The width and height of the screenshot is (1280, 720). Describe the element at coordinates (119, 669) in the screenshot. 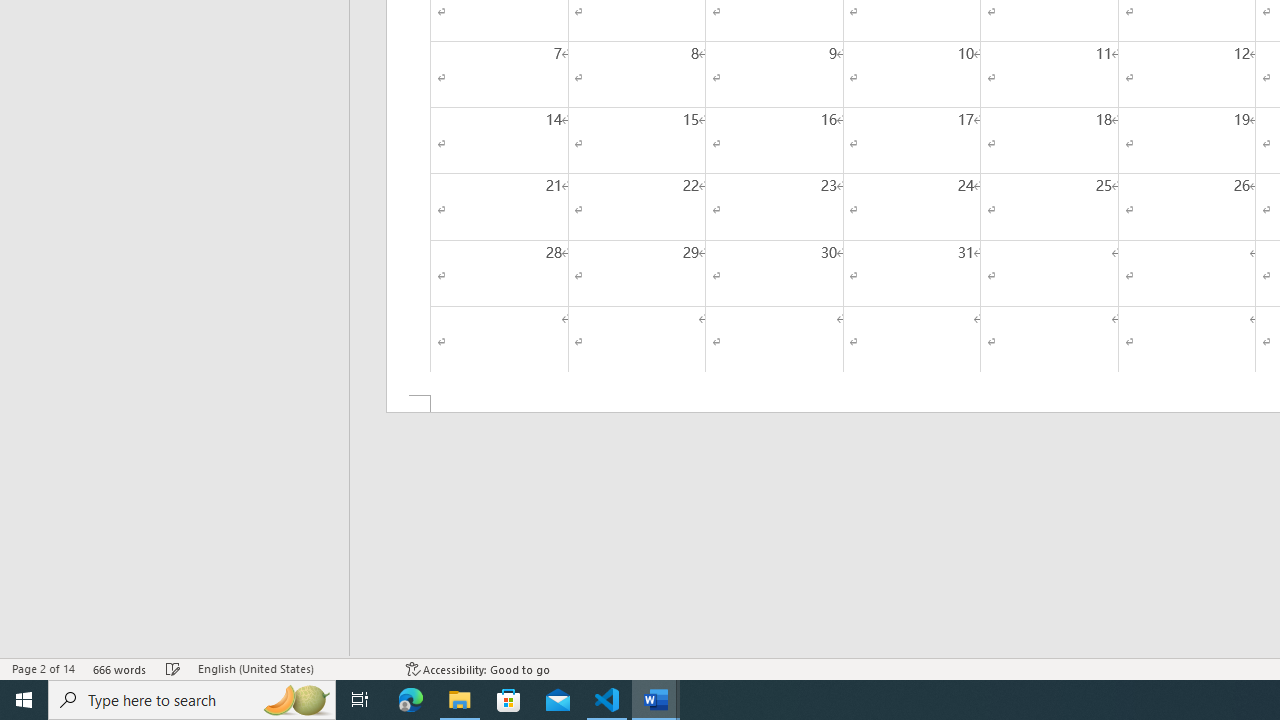

I see `'Word Count 666 words'` at that location.